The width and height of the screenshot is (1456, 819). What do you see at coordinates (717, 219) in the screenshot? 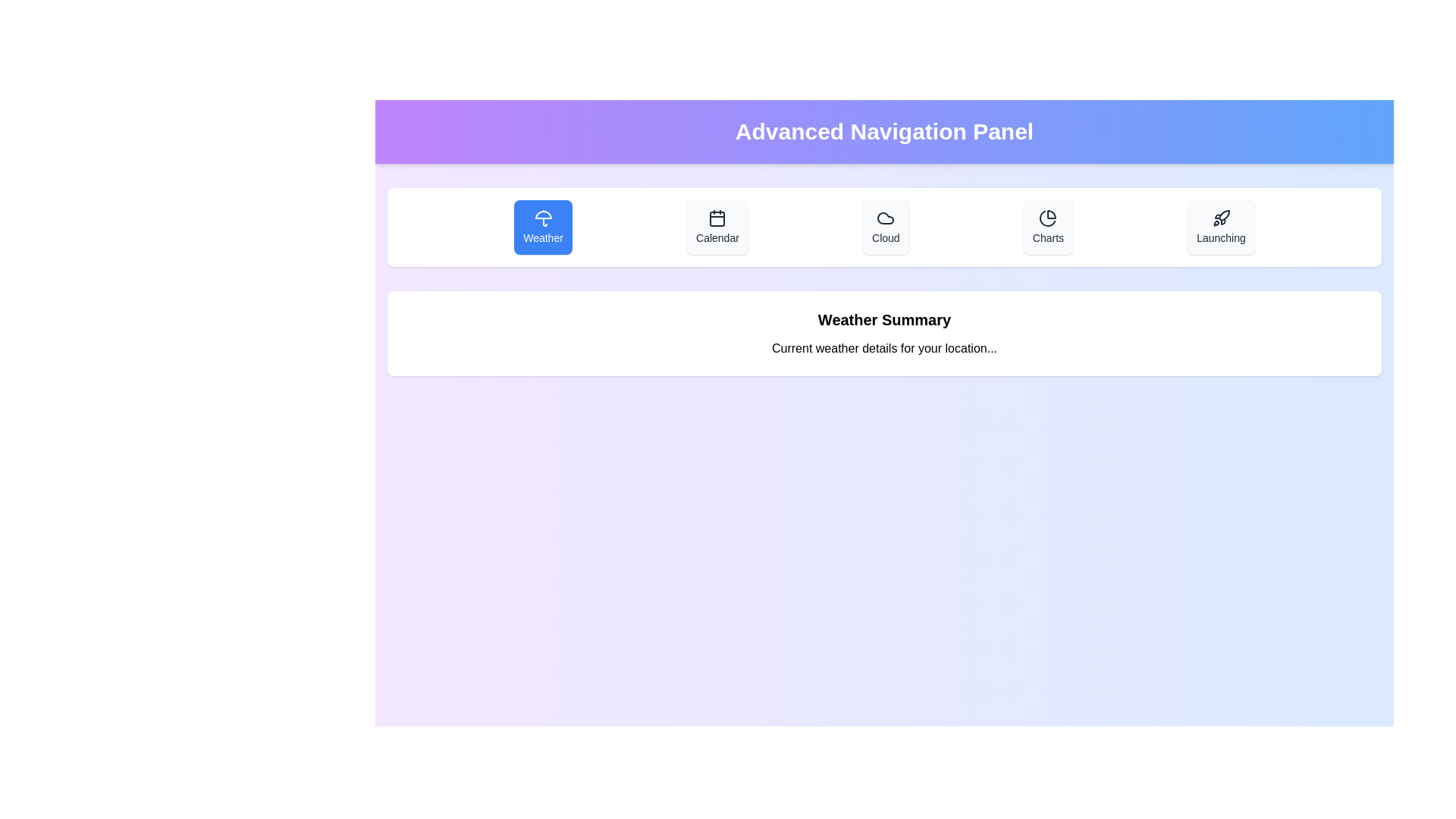
I see `the calendar icon in the navigation section` at bounding box center [717, 219].